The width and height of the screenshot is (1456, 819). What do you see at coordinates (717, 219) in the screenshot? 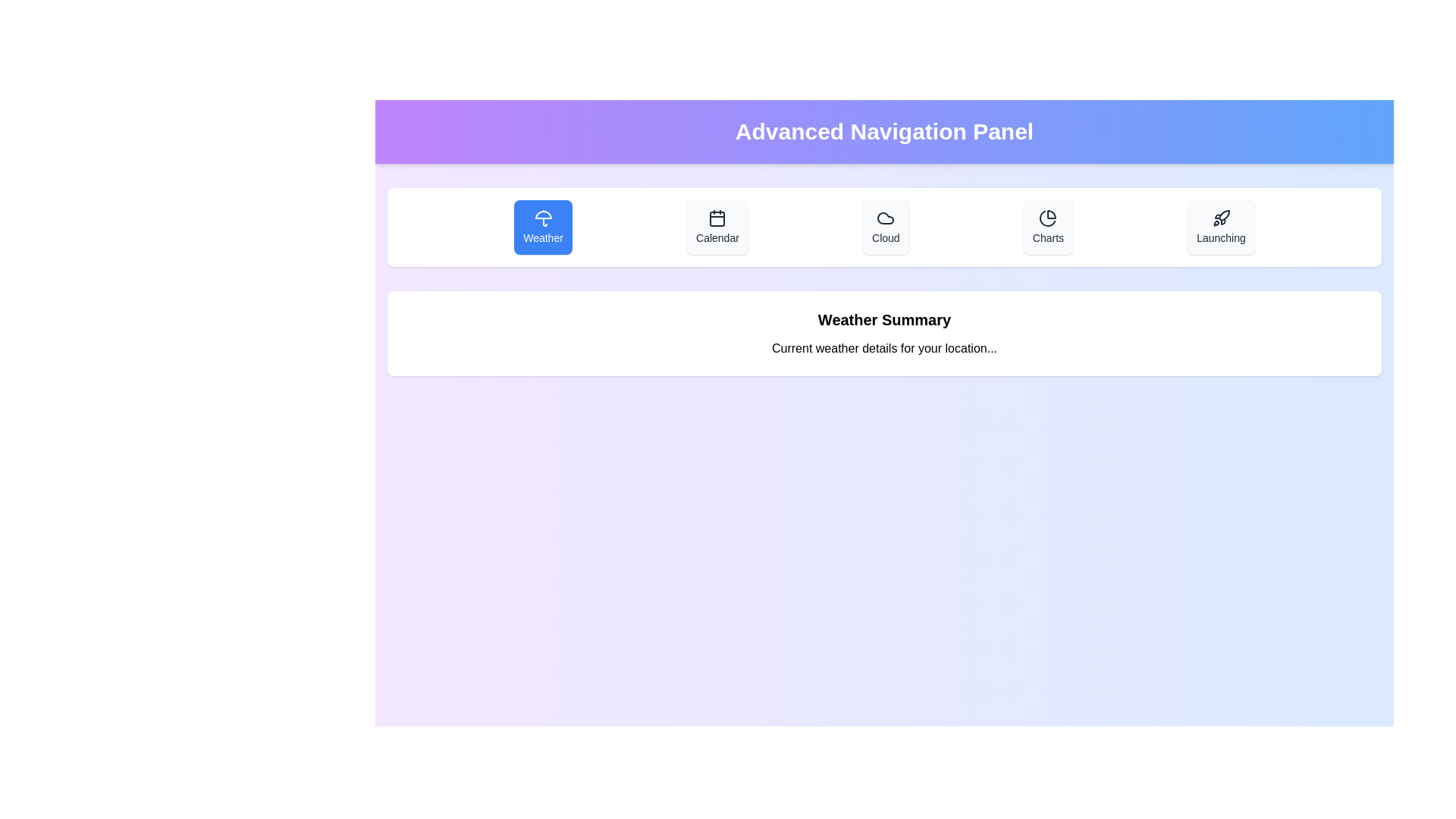
I see `the calendar icon in the navigation section` at bounding box center [717, 219].